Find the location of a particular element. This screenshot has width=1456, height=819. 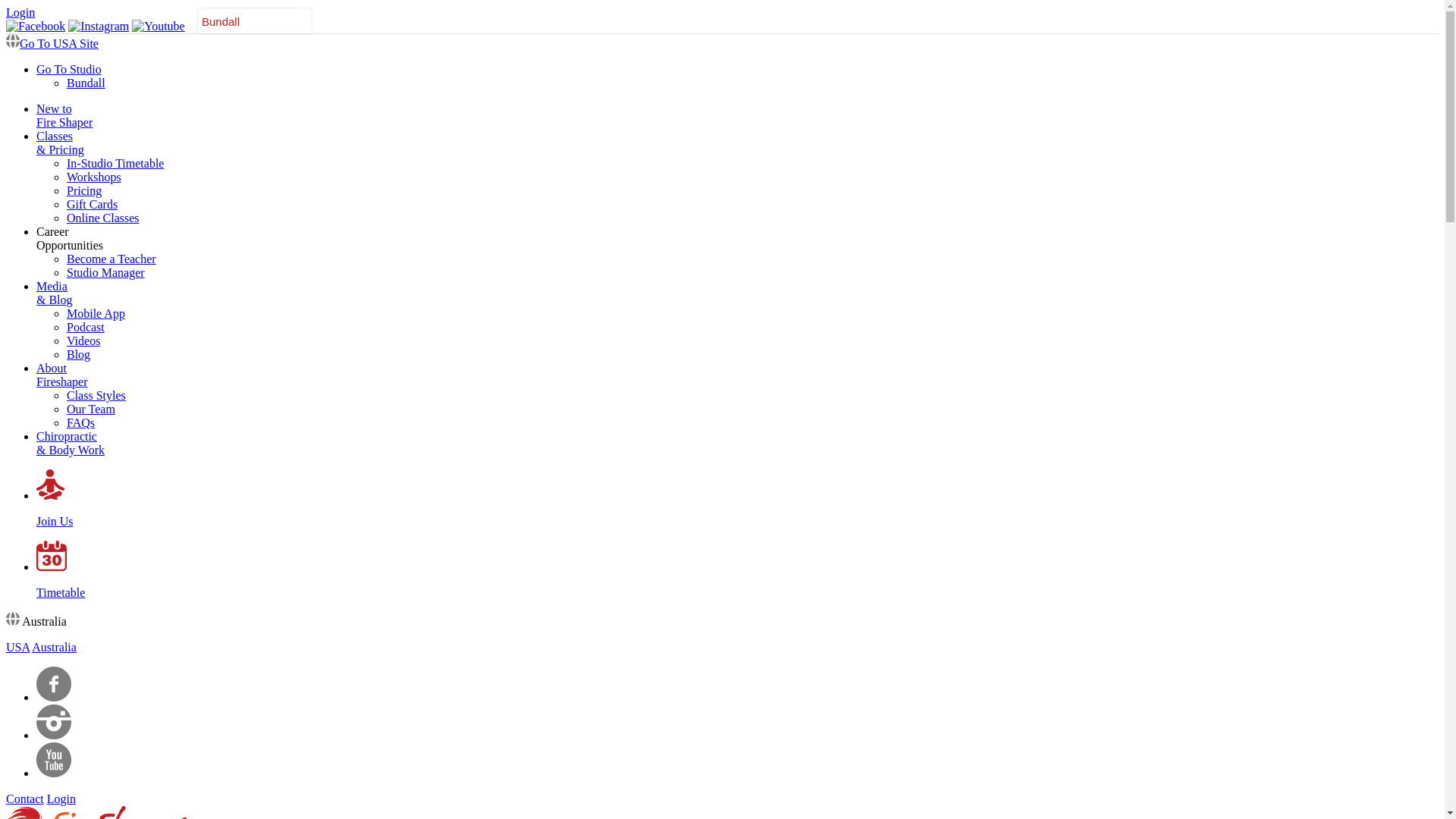

'Studio Manager' is located at coordinates (105, 271).